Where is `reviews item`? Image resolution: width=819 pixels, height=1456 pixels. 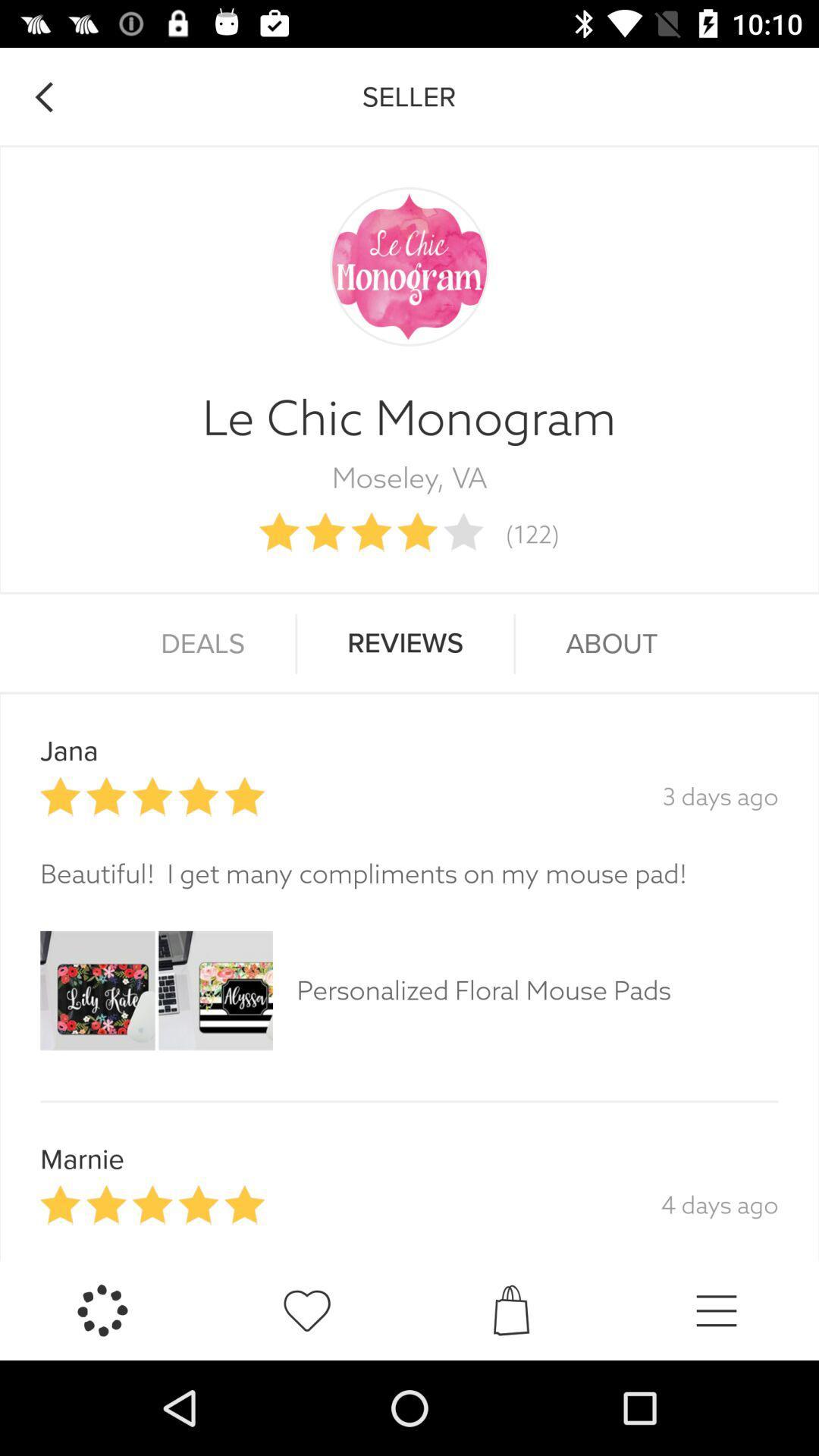
reviews item is located at coordinates (404, 644).